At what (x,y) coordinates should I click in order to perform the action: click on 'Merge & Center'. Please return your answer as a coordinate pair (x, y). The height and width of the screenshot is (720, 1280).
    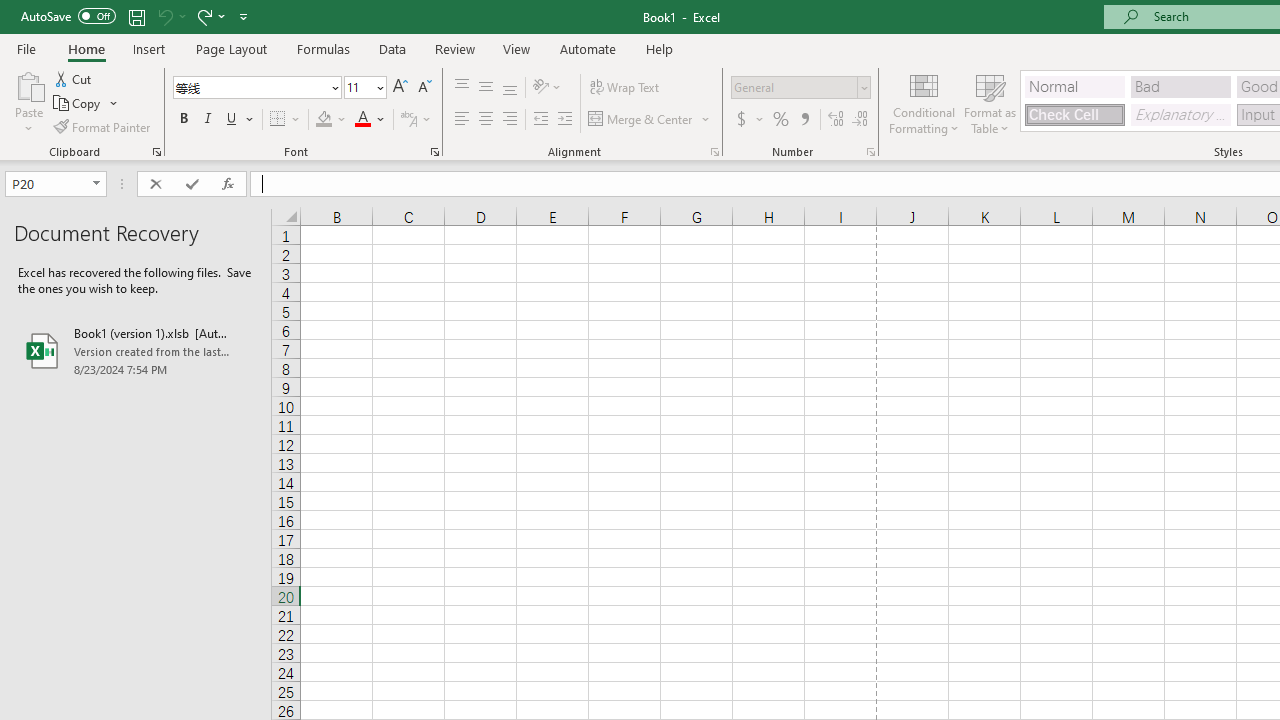
    Looking at the image, I should click on (650, 119).